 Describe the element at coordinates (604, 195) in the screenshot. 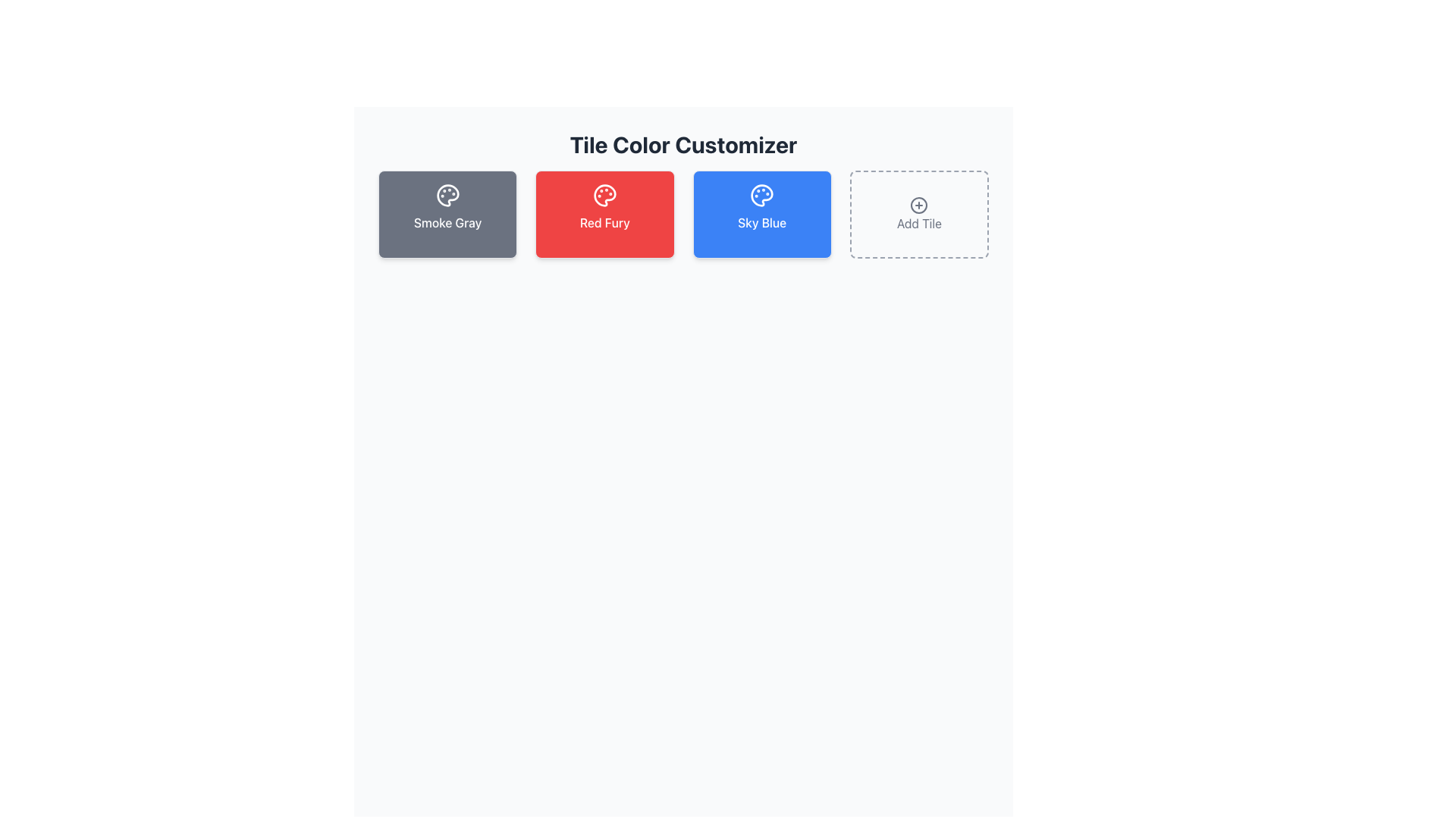

I see `the stylized palette icon located within the red card labeled 'Red Fury', which displays color customization options` at that location.